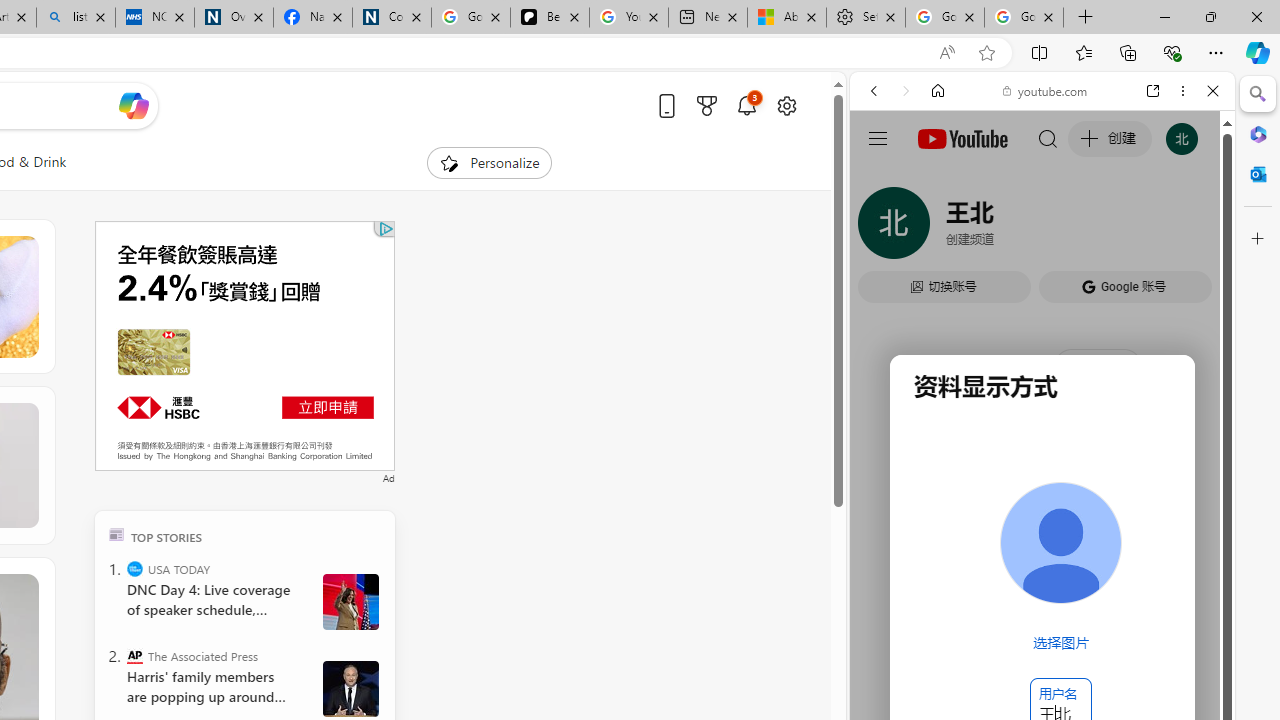 This screenshot has height=720, width=1280. I want to click on 'youtube.com', so click(1045, 91).